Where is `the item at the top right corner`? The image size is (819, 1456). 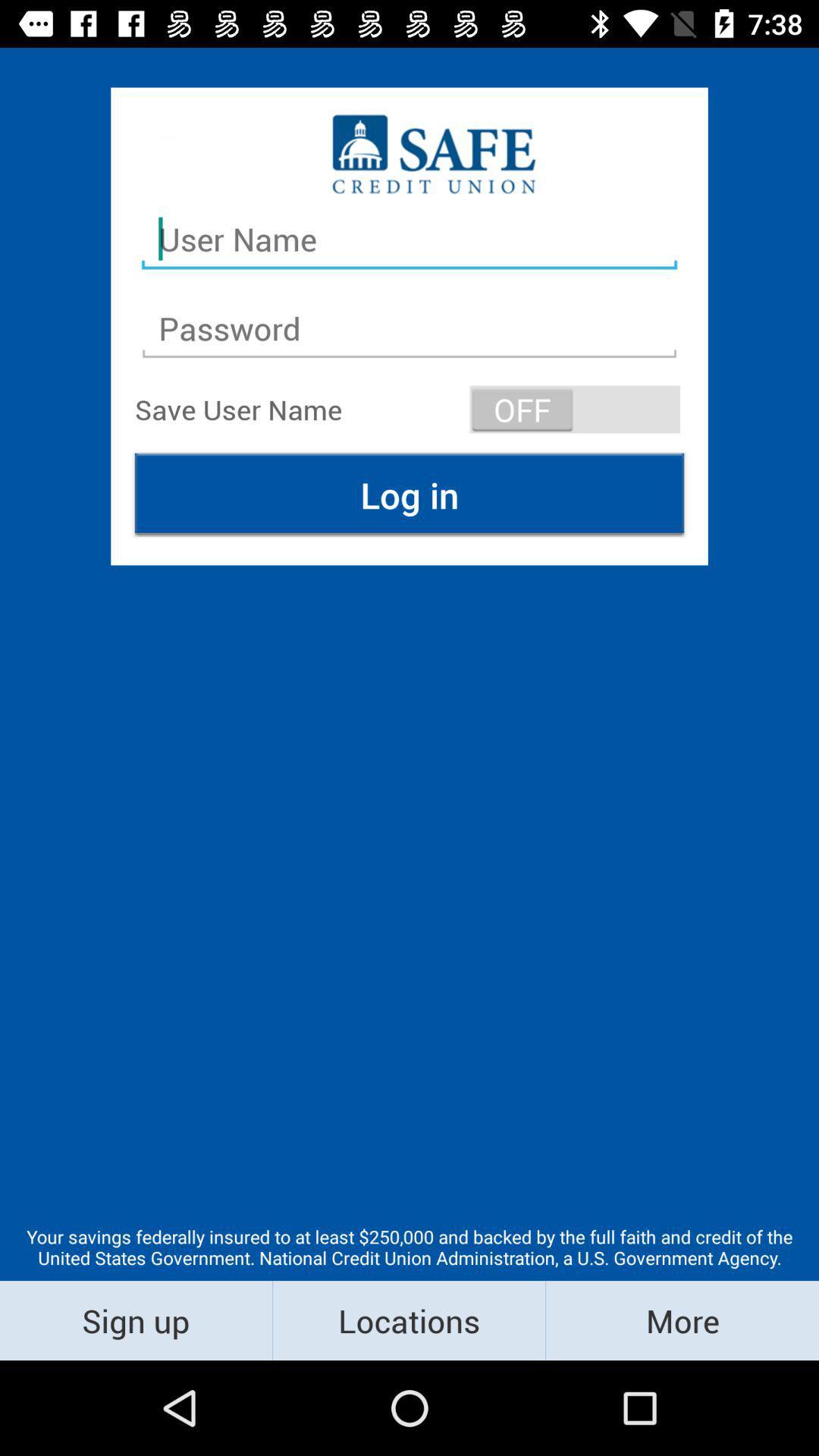
the item at the top right corner is located at coordinates (575, 409).